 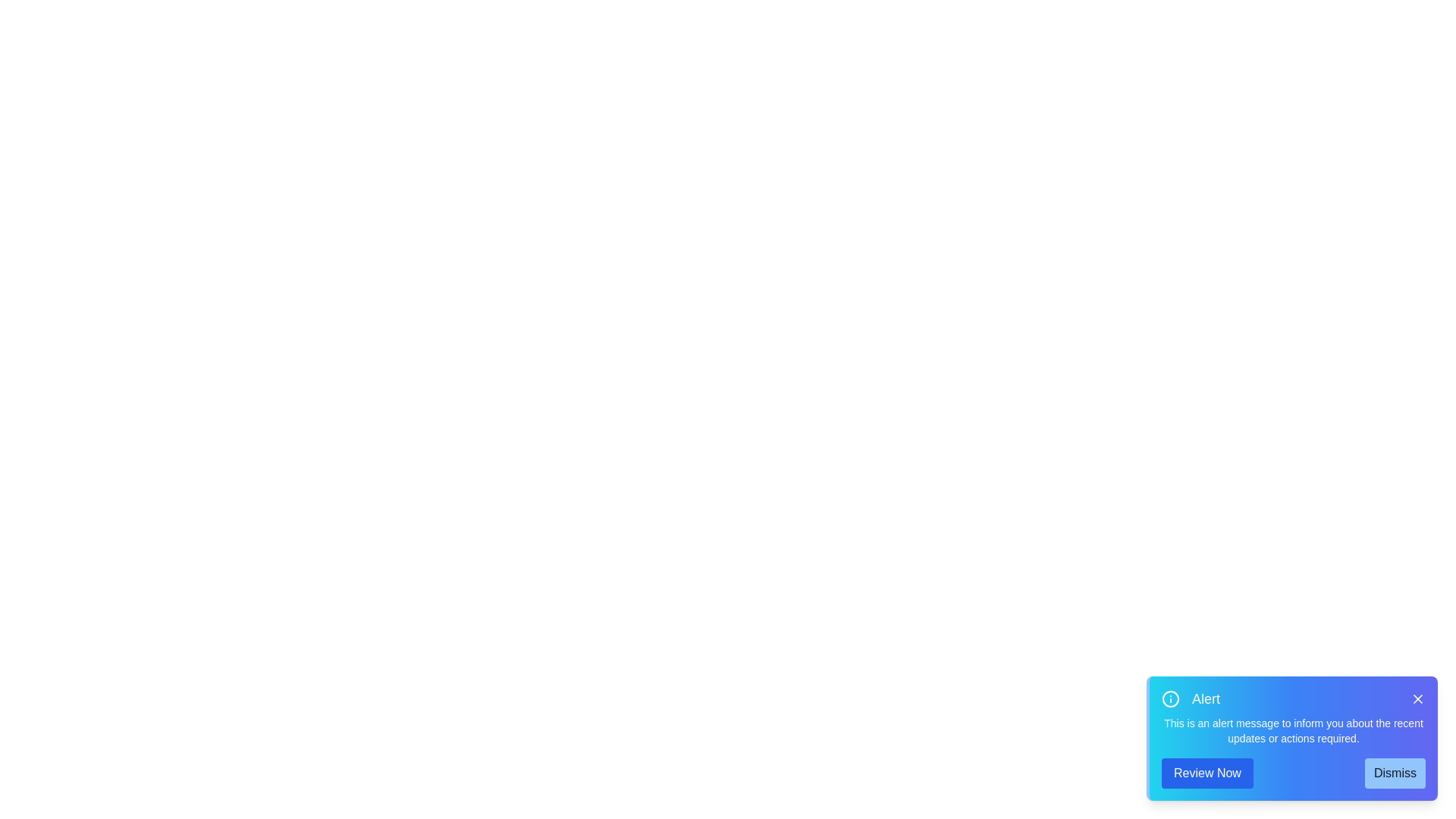 What do you see at coordinates (1417, 698) in the screenshot?
I see `the close button to dismiss the alert` at bounding box center [1417, 698].